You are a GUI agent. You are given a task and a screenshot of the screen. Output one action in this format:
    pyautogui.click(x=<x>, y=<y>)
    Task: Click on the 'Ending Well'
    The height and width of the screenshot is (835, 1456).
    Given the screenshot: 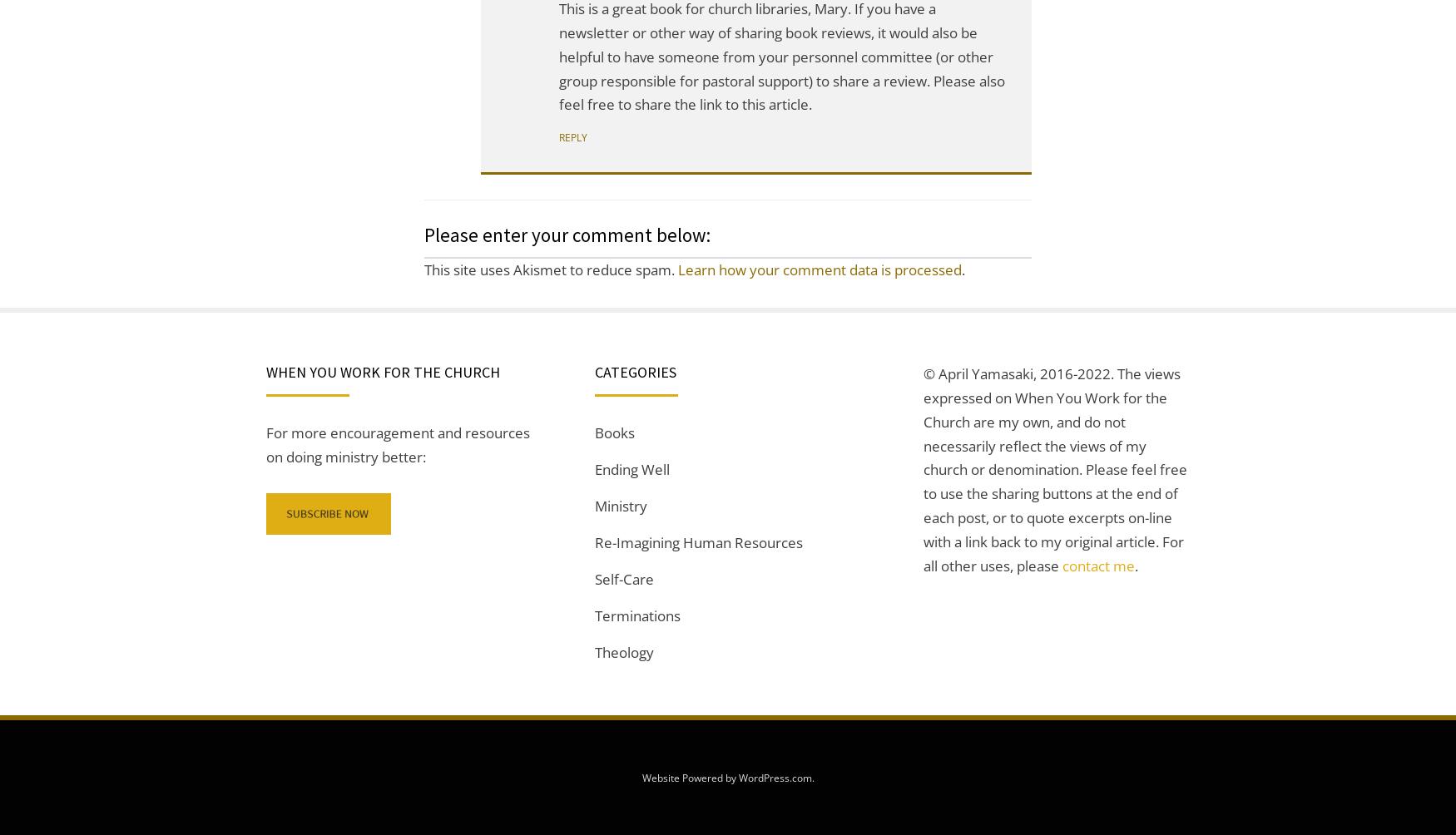 What is the action you would take?
    pyautogui.click(x=631, y=469)
    